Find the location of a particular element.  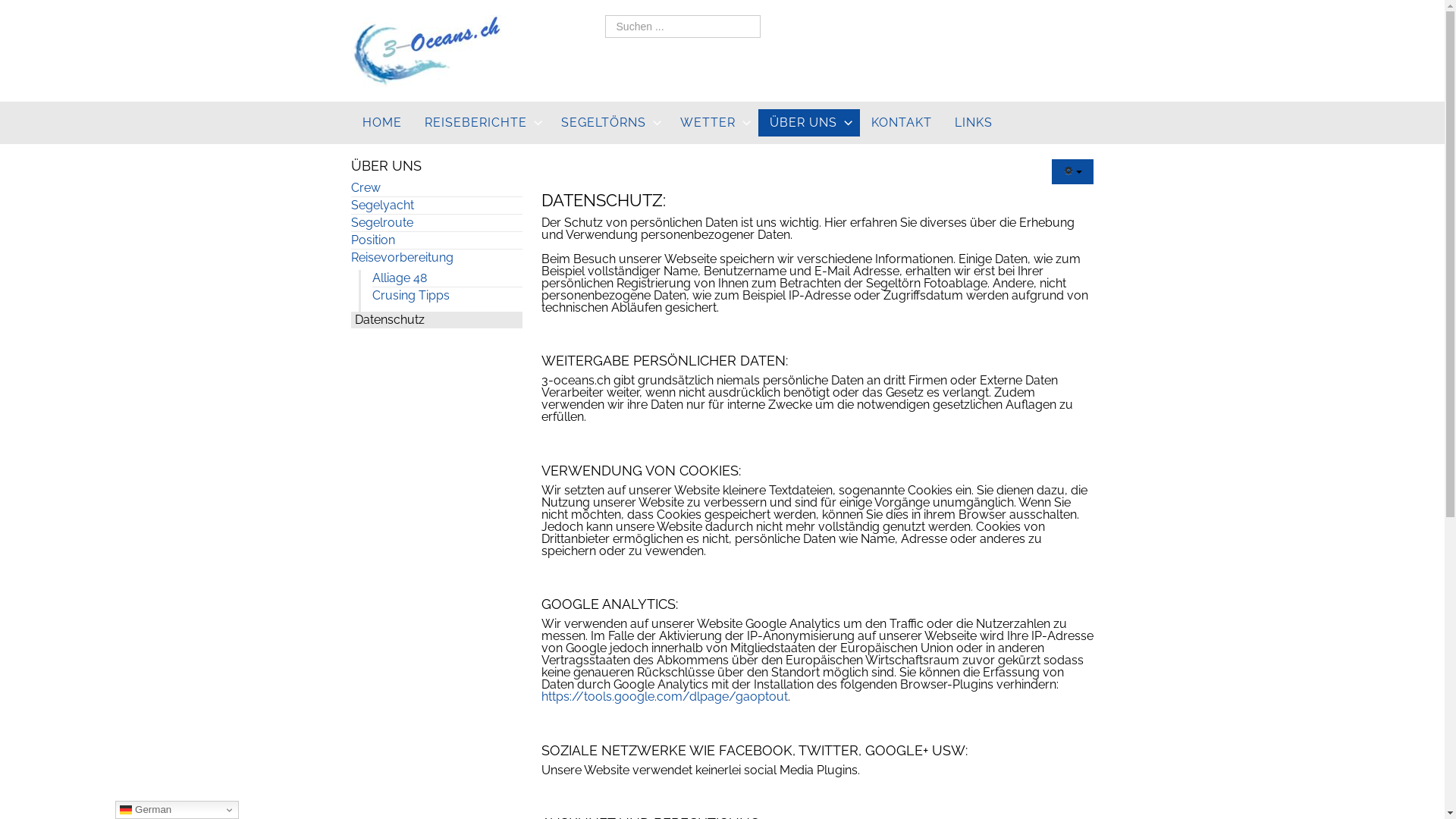

'Reisevorbereitung' is located at coordinates (435, 256).